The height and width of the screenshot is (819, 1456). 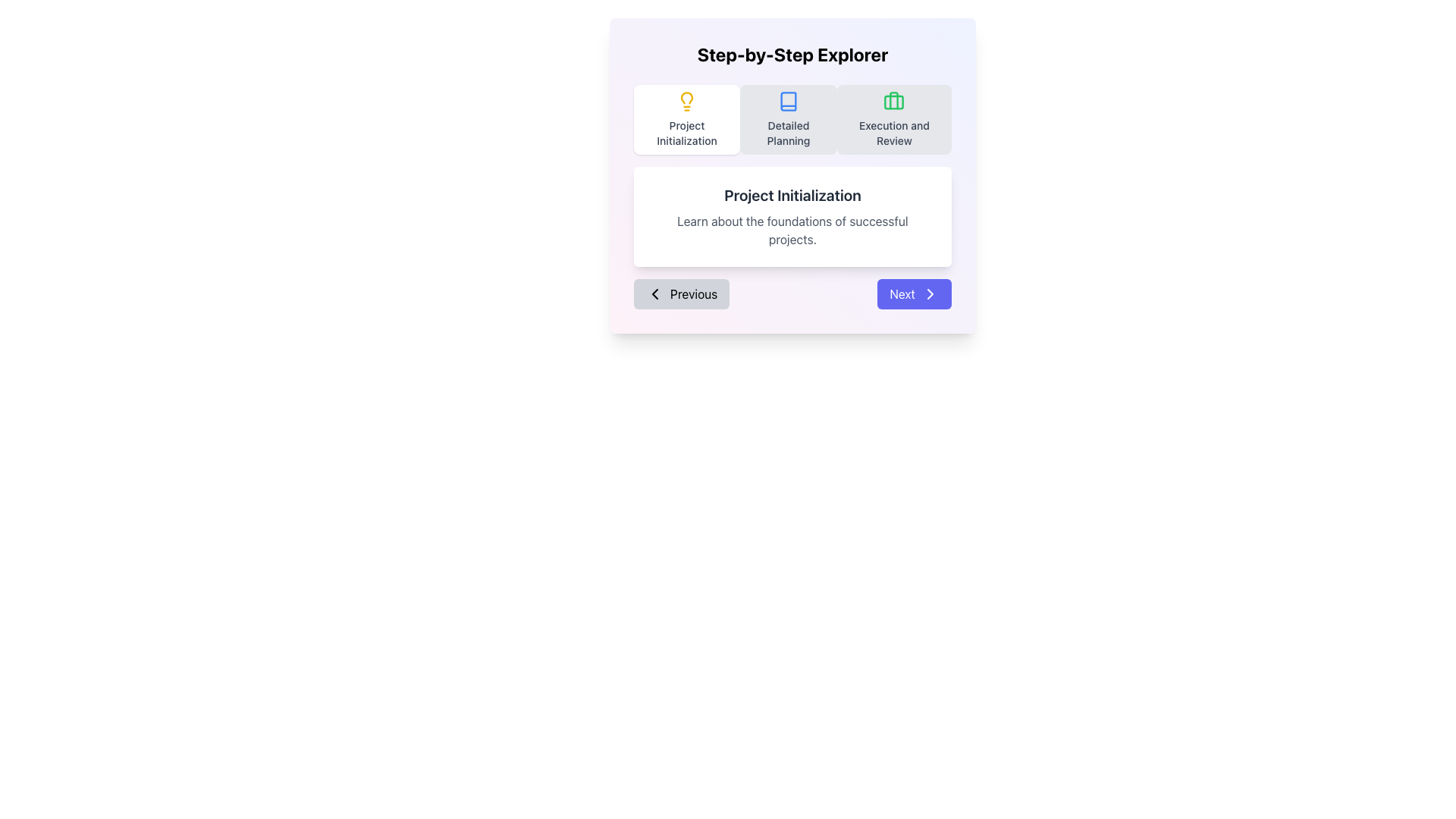 What do you see at coordinates (655, 294) in the screenshot?
I see `the 'Previous' button containing the leftward facing chevron icon located at the bottom left side of the card interface` at bounding box center [655, 294].